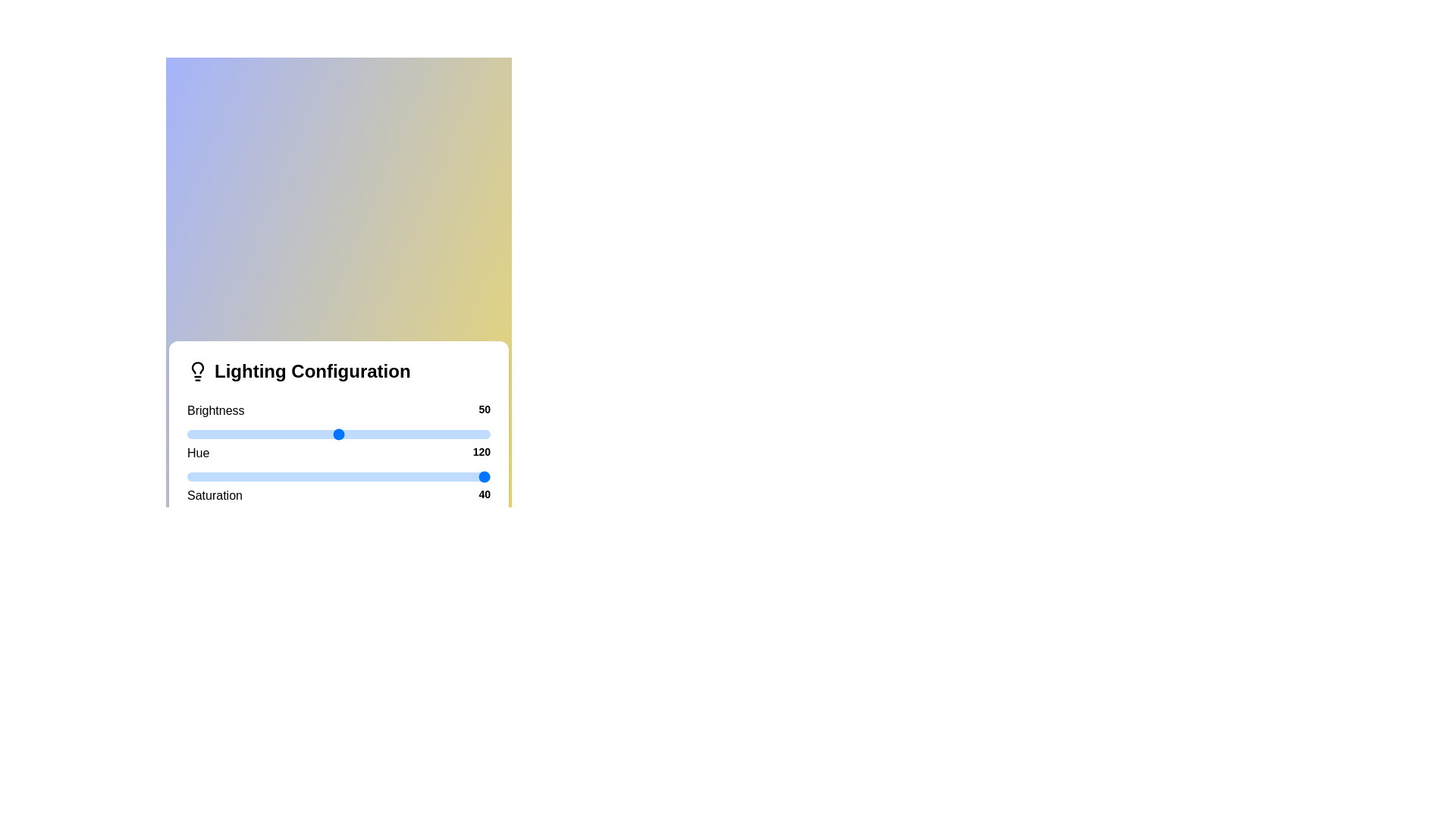 Image resolution: width=1456 pixels, height=819 pixels. What do you see at coordinates (438, 475) in the screenshot?
I see `the hue slider to 83` at bounding box center [438, 475].